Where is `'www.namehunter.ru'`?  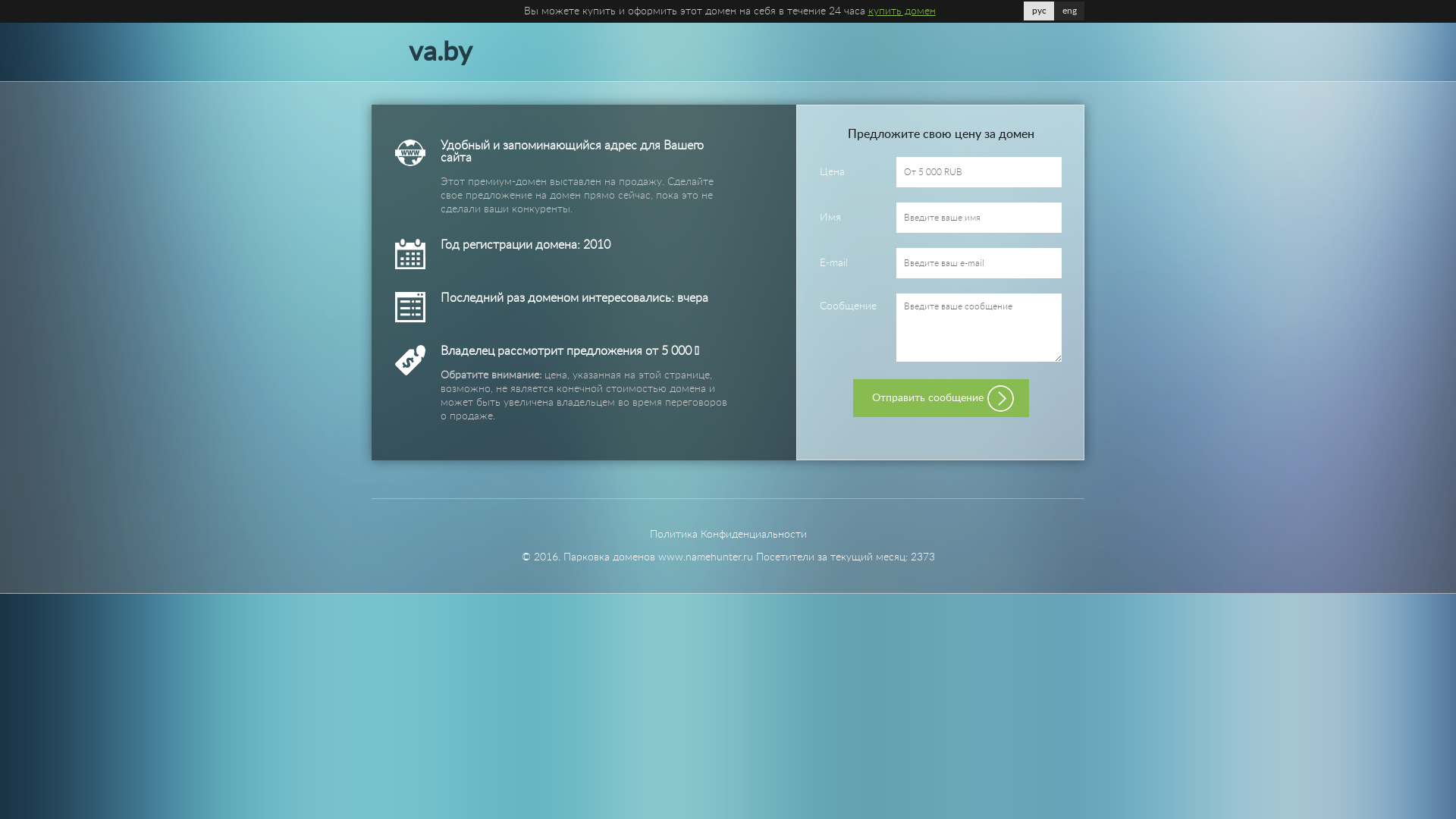 'www.namehunter.ru' is located at coordinates (704, 557).